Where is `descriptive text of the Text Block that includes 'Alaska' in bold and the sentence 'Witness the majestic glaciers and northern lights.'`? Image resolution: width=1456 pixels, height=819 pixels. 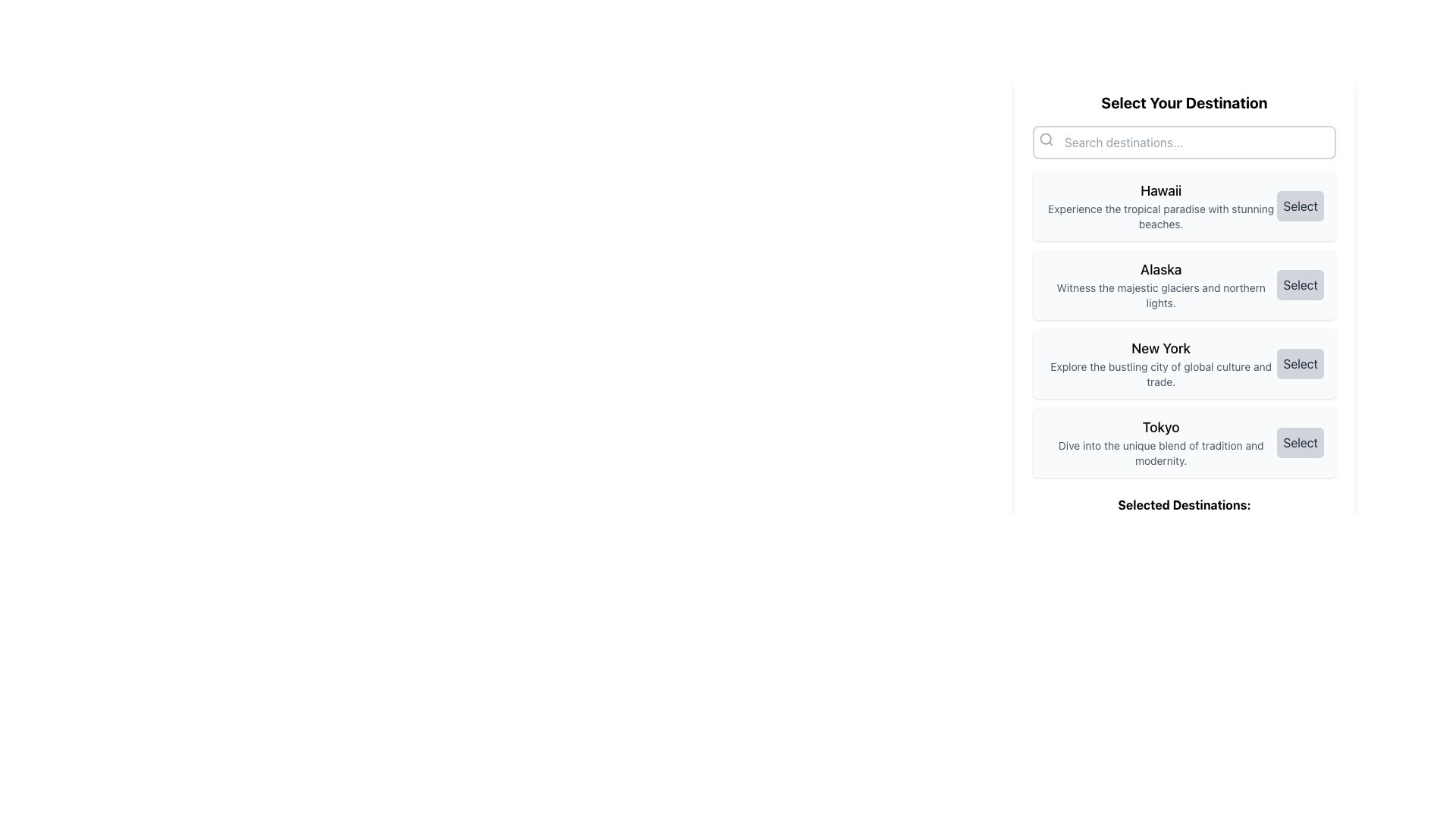
descriptive text of the Text Block that includes 'Alaska' in bold and the sentence 'Witness the majestic glaciers and northern lights.' is located at coordinates (1160, 284).